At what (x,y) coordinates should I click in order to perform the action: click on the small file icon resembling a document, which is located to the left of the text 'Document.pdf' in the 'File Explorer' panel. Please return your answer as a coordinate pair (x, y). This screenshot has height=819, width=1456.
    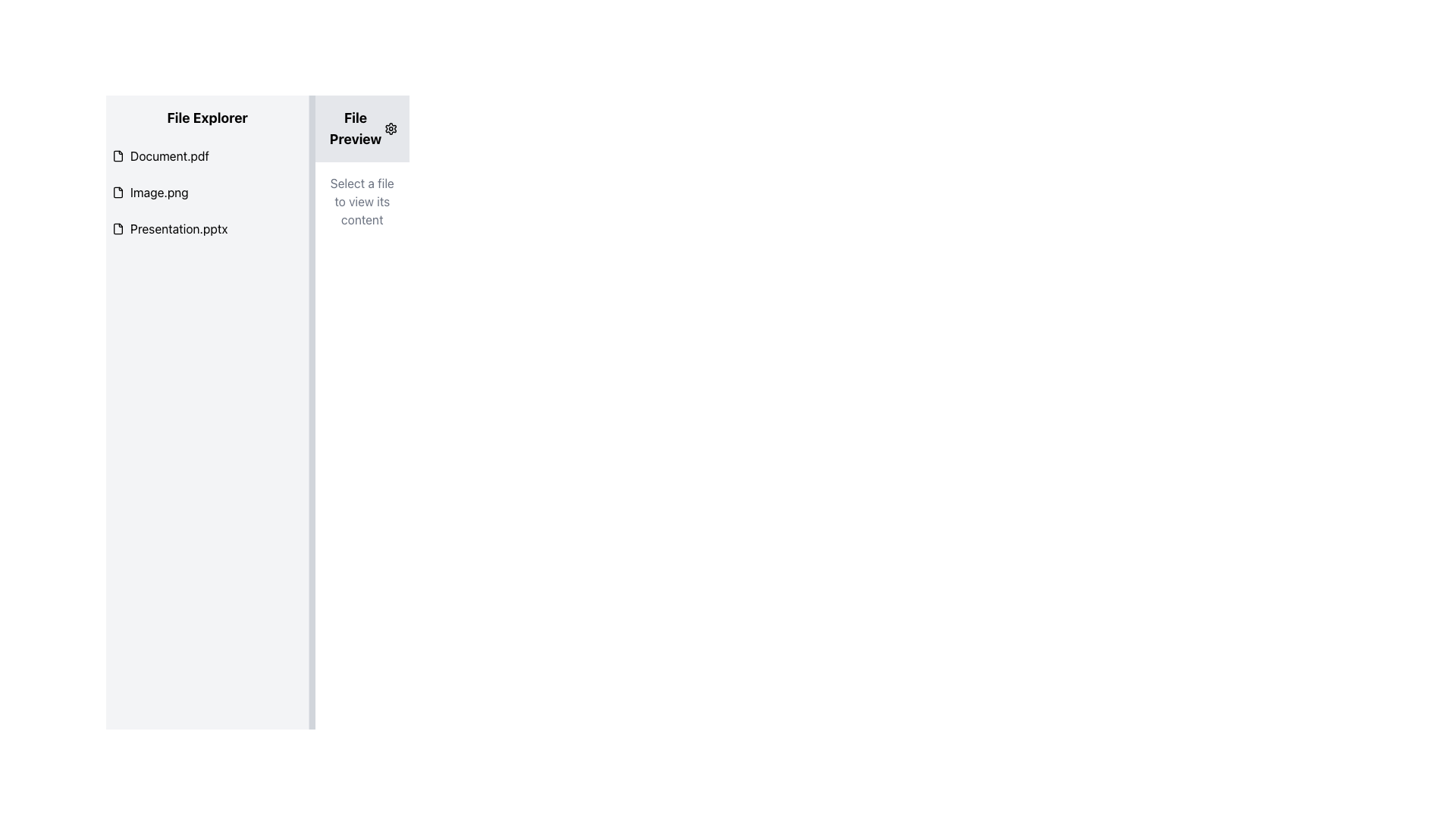
    Looking at the image, I should click on (118, 155).